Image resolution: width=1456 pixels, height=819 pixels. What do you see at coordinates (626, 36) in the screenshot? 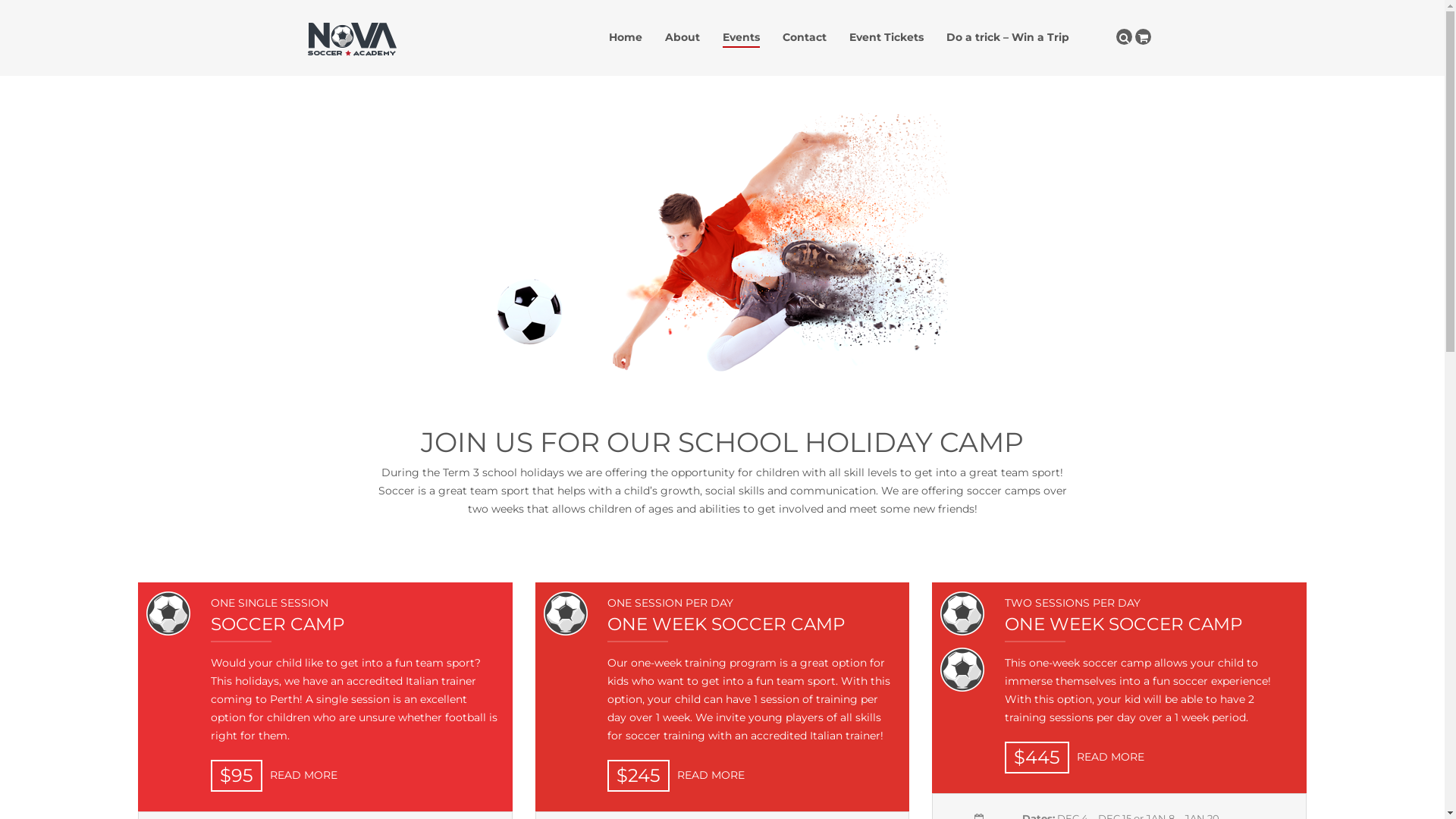
I see `'Home'` at bounding box center [626, 36].